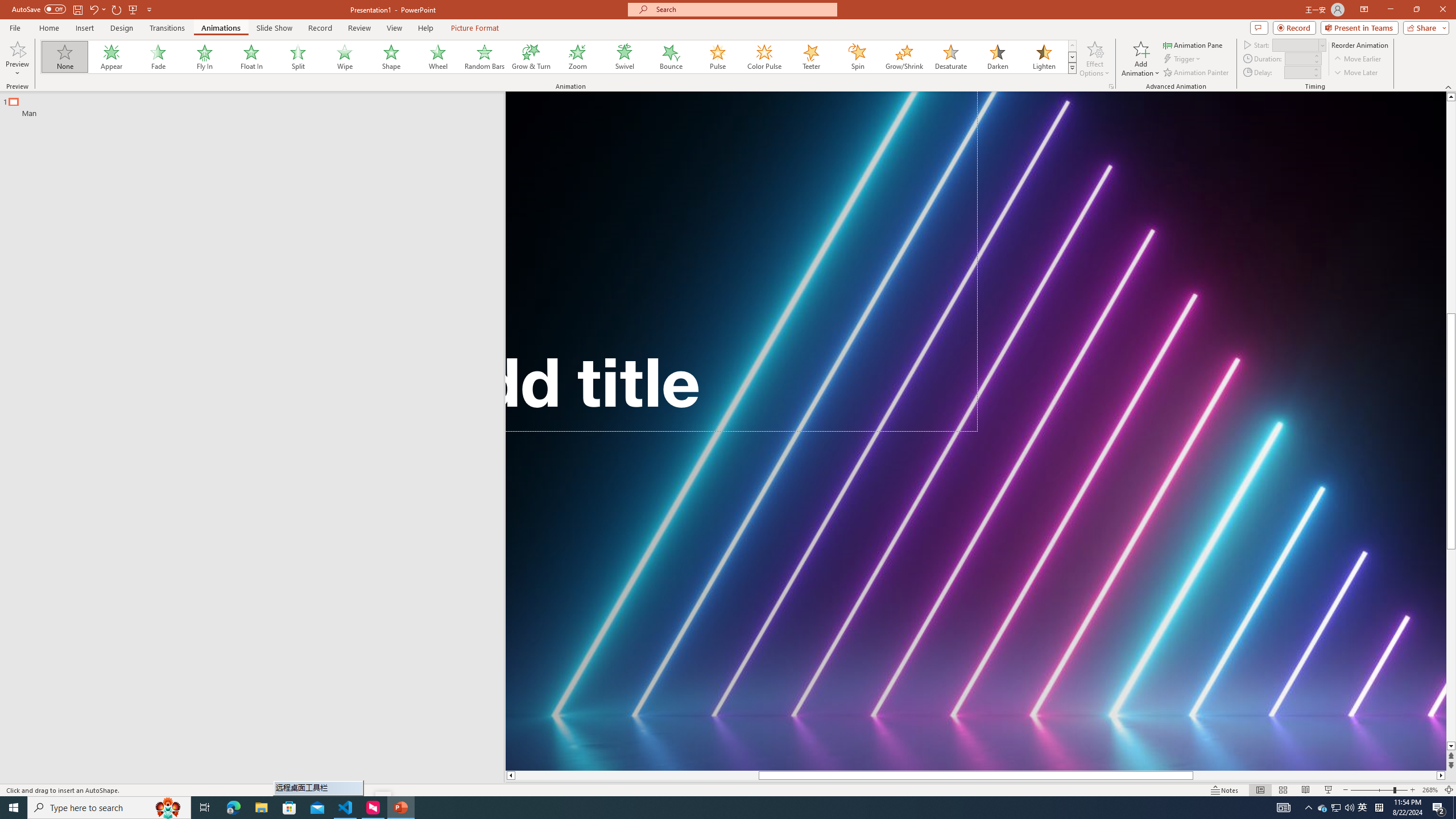 The image size is (1456, 819). Describe the element at coordinates (671, 56) in the screenshot. I see `'Bounce'` at that location.